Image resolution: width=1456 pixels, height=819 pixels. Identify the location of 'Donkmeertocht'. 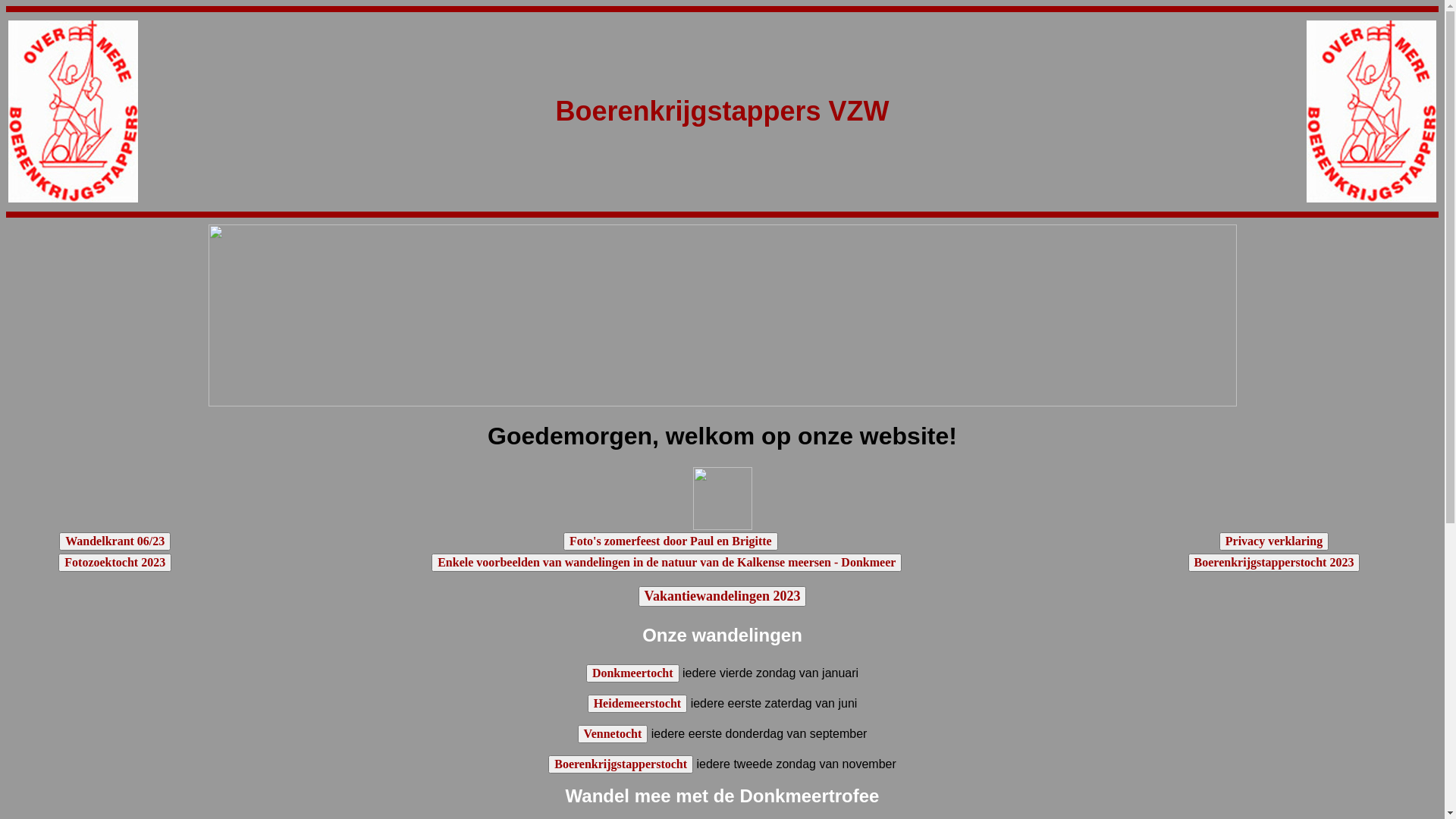
(632, 672).